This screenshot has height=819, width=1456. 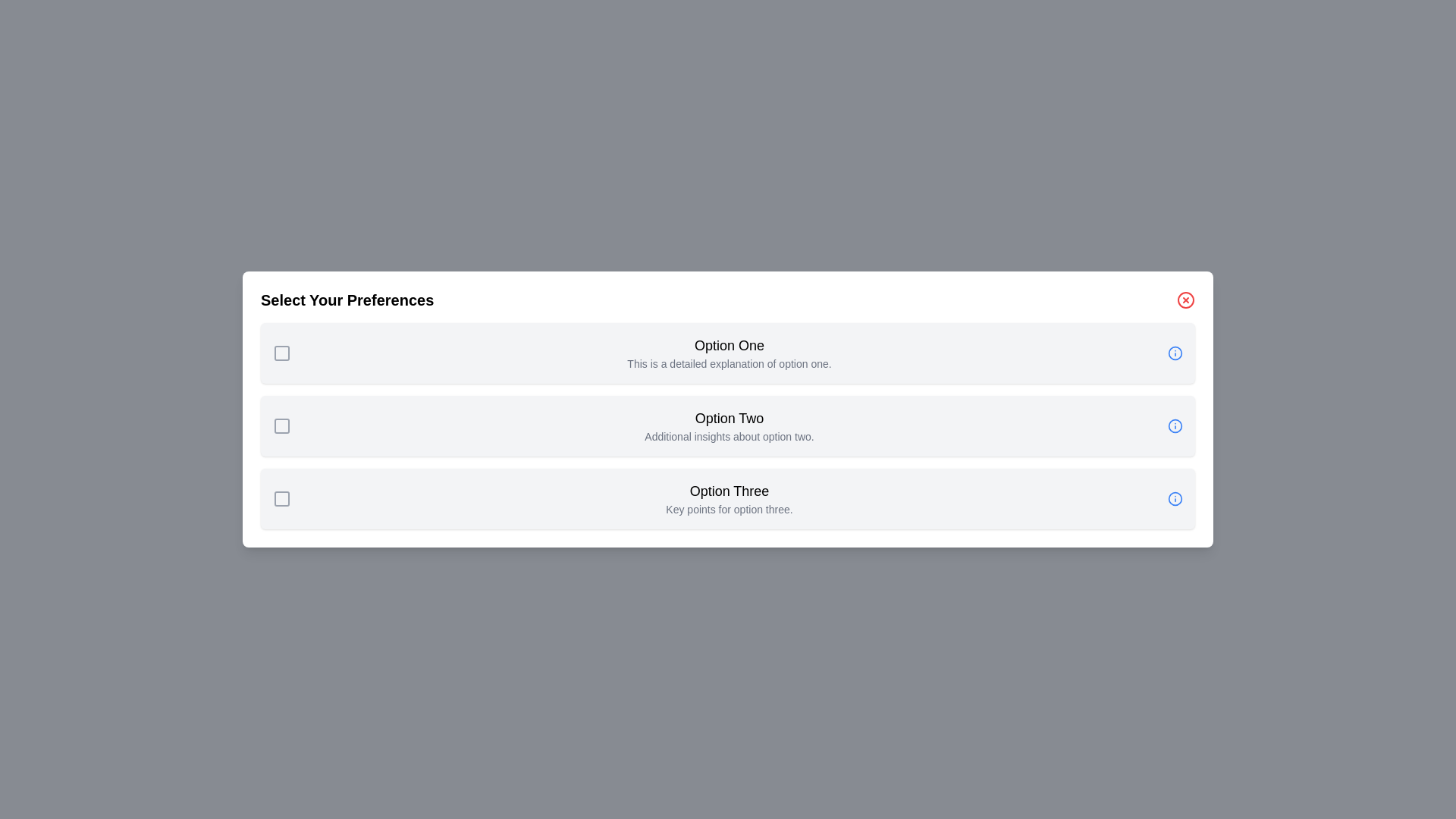 What do you see at coordinates (729, 499) in the screenshot?
I see `the text label titled 'Option Three' which includes the subtitle 'Key points for option three.'` at bounding box center [729, 499].